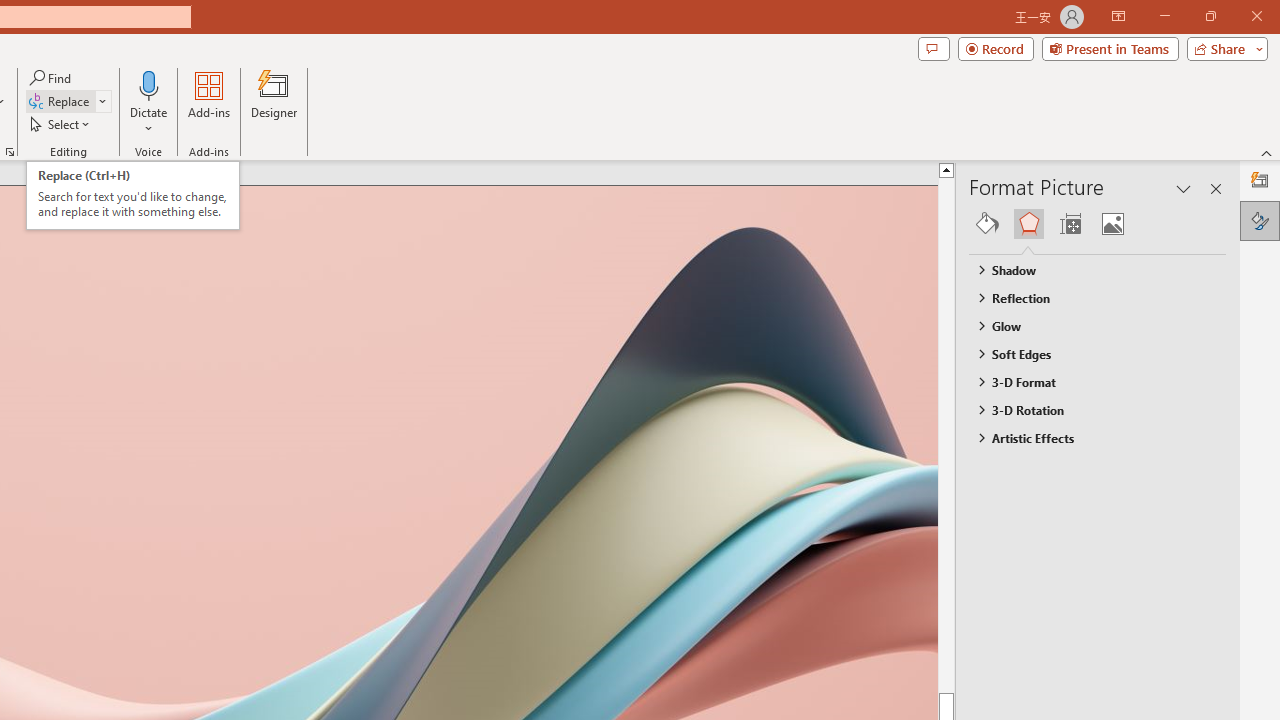  I want to click on 'Collapse the Ribbon', so click(1266, 152).